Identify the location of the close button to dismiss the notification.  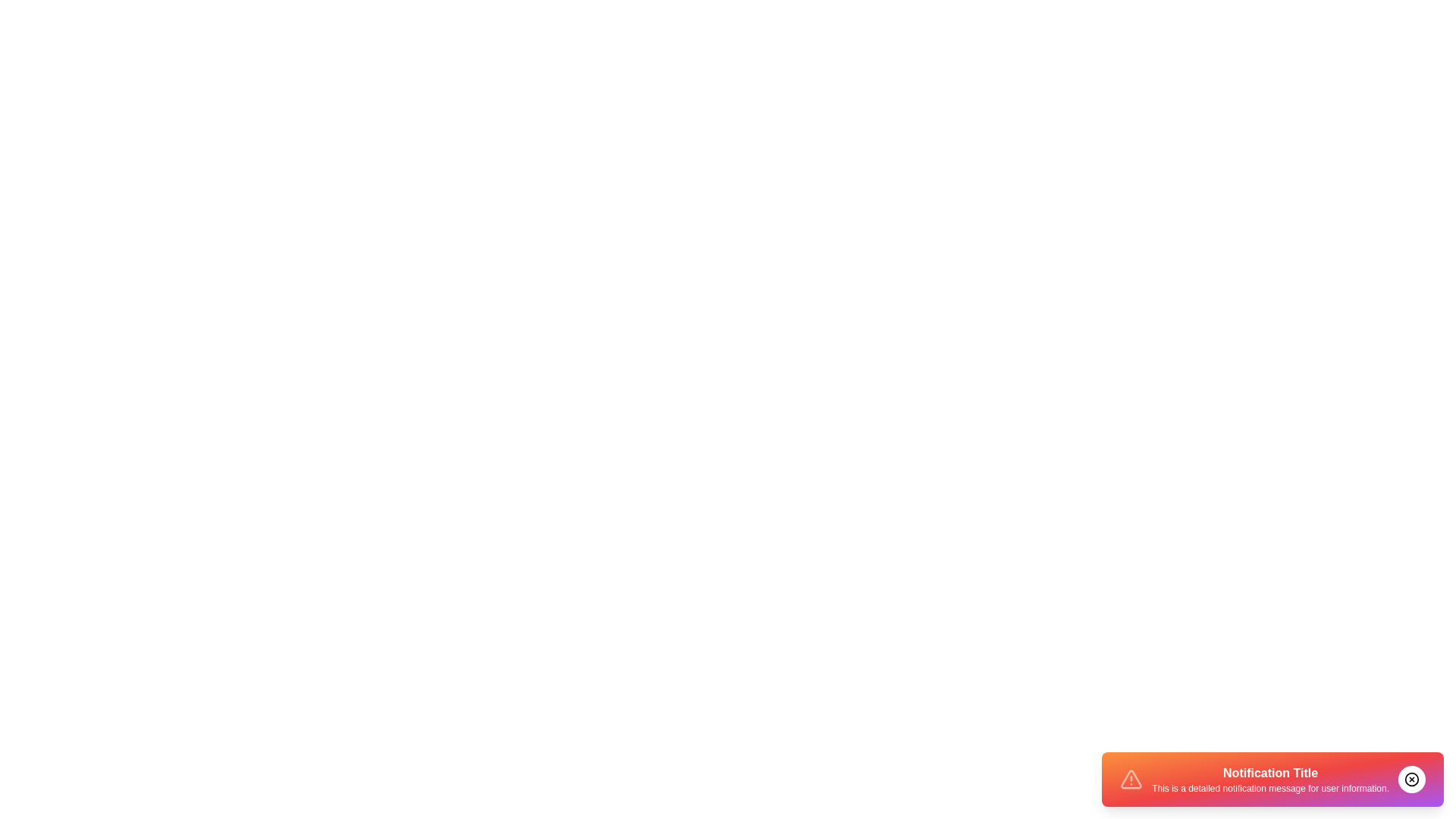
(1411, 780).